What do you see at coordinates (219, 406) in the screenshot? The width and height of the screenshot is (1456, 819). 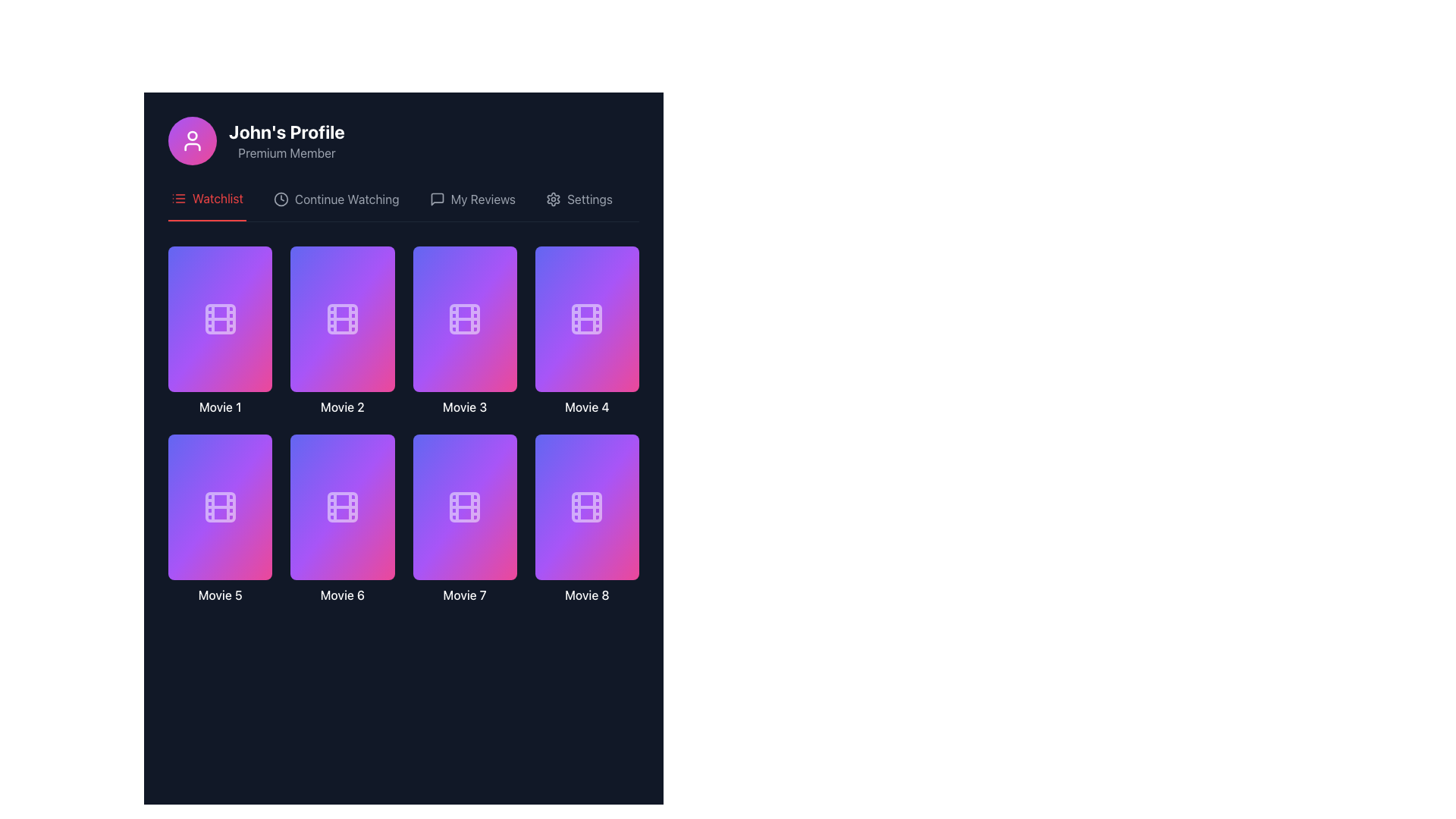 I see `the Text label that serves as a descriptor for the associated movie thumbnail, located directly beneath the first movie thumbnail in the grid layout` at bounding box center [219, 406].